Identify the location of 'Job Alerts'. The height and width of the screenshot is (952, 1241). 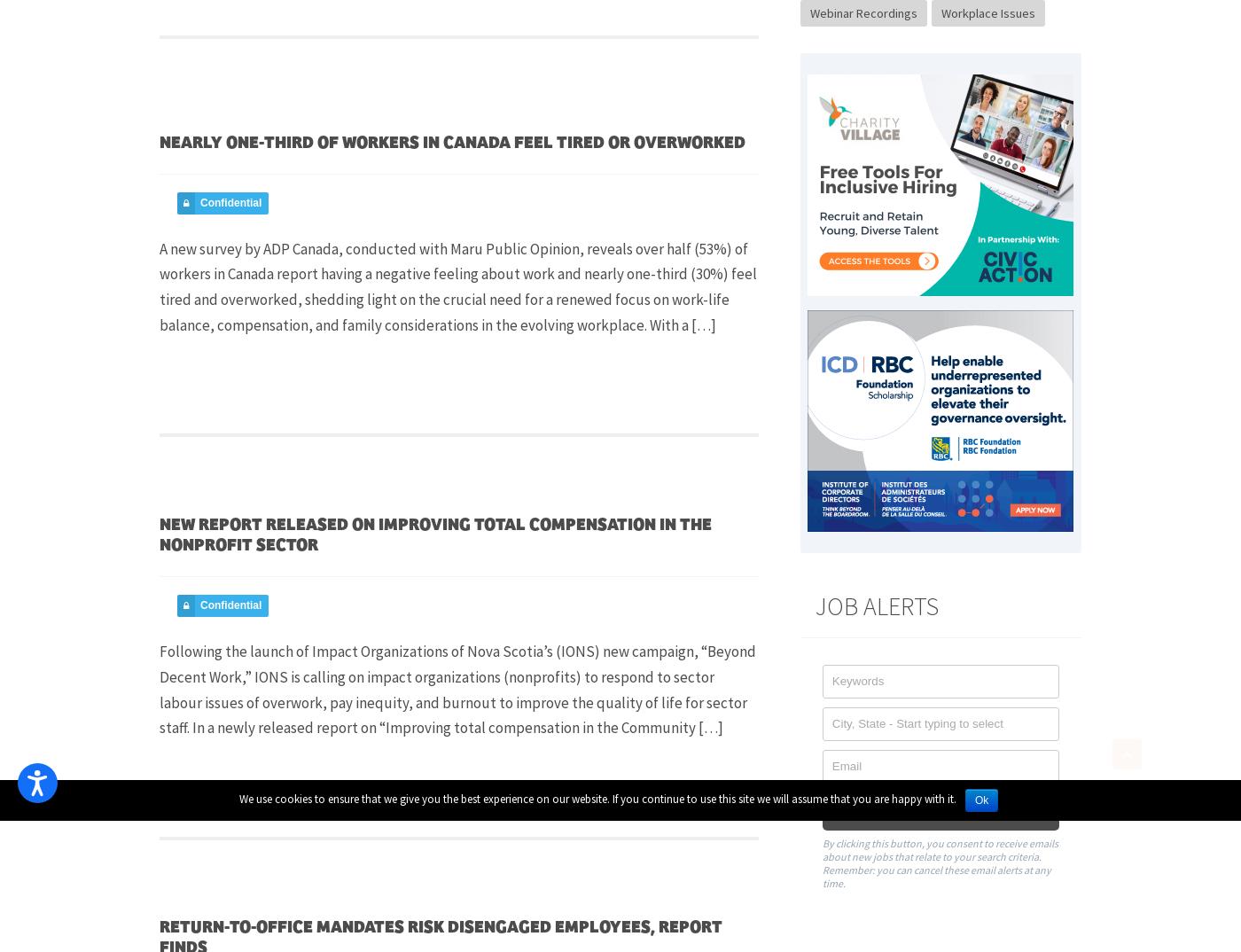
(876, 604).